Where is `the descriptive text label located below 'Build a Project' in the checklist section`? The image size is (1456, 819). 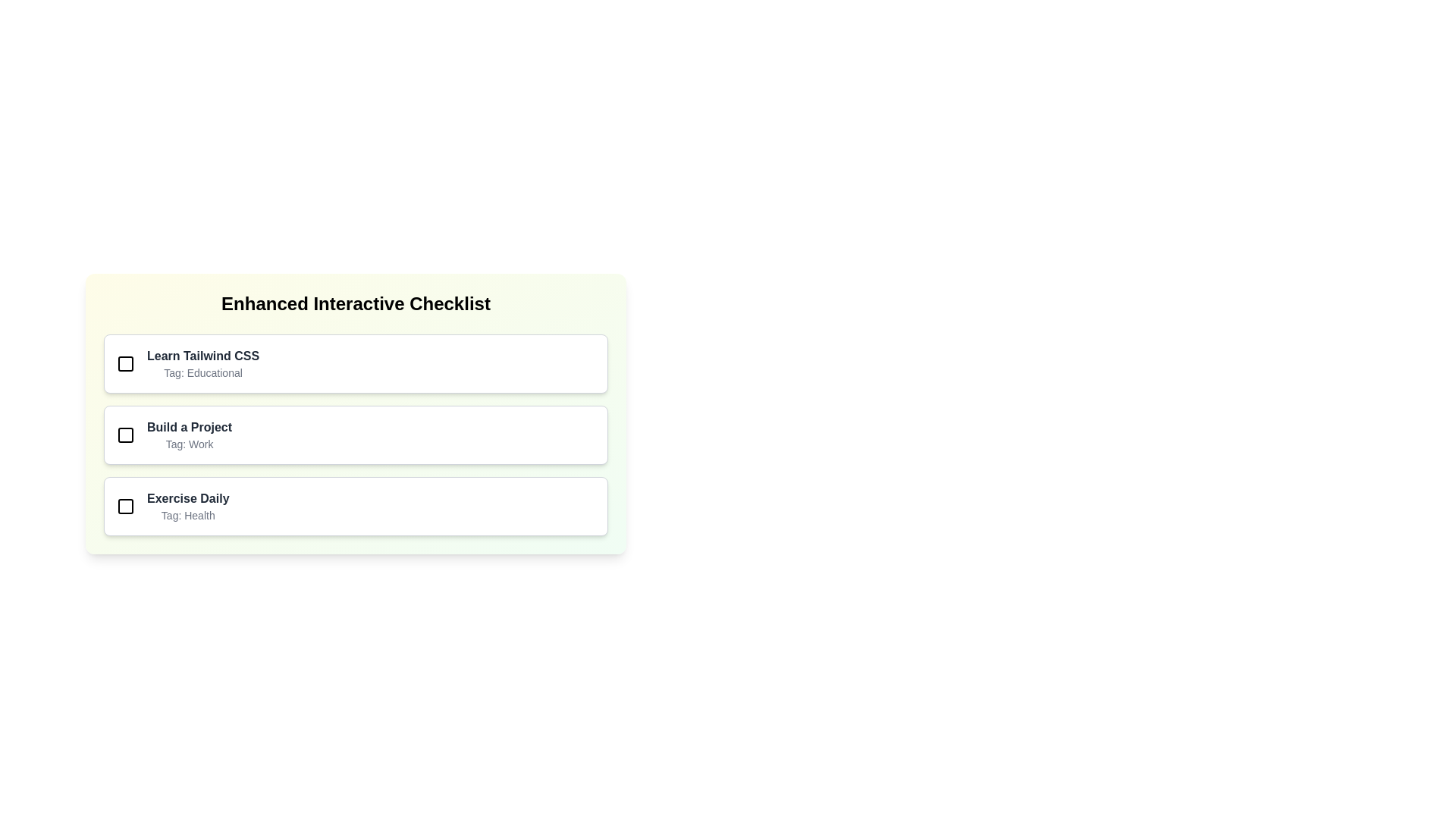 the descriptive text label located below 'Build a Project' in the checklist section is located at coordinates (188, 444).